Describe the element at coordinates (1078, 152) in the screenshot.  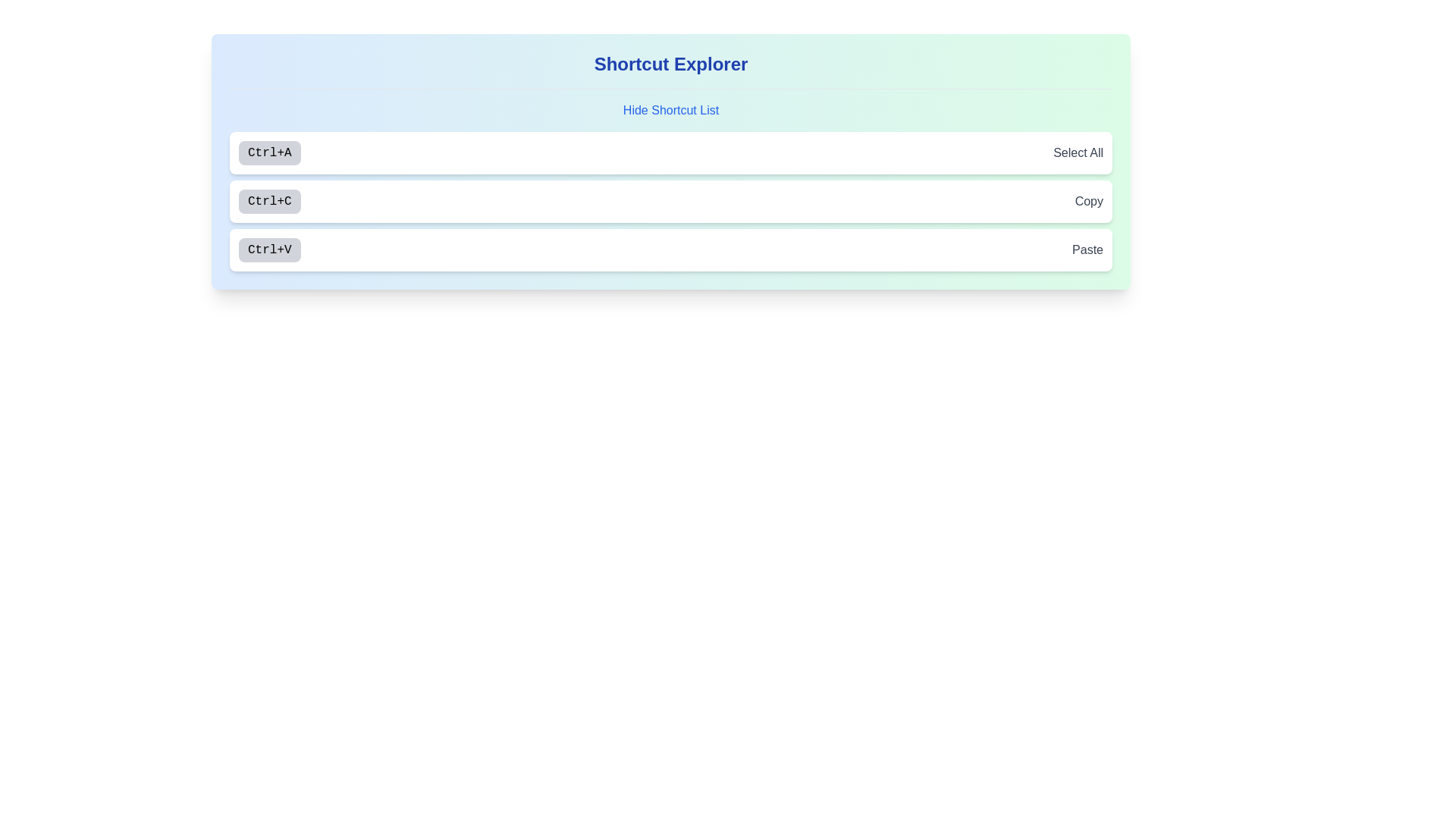
I see `the text label that displays 'Select All' in gray, positioned to the right of the 'Ctrl+A' label` at that location.